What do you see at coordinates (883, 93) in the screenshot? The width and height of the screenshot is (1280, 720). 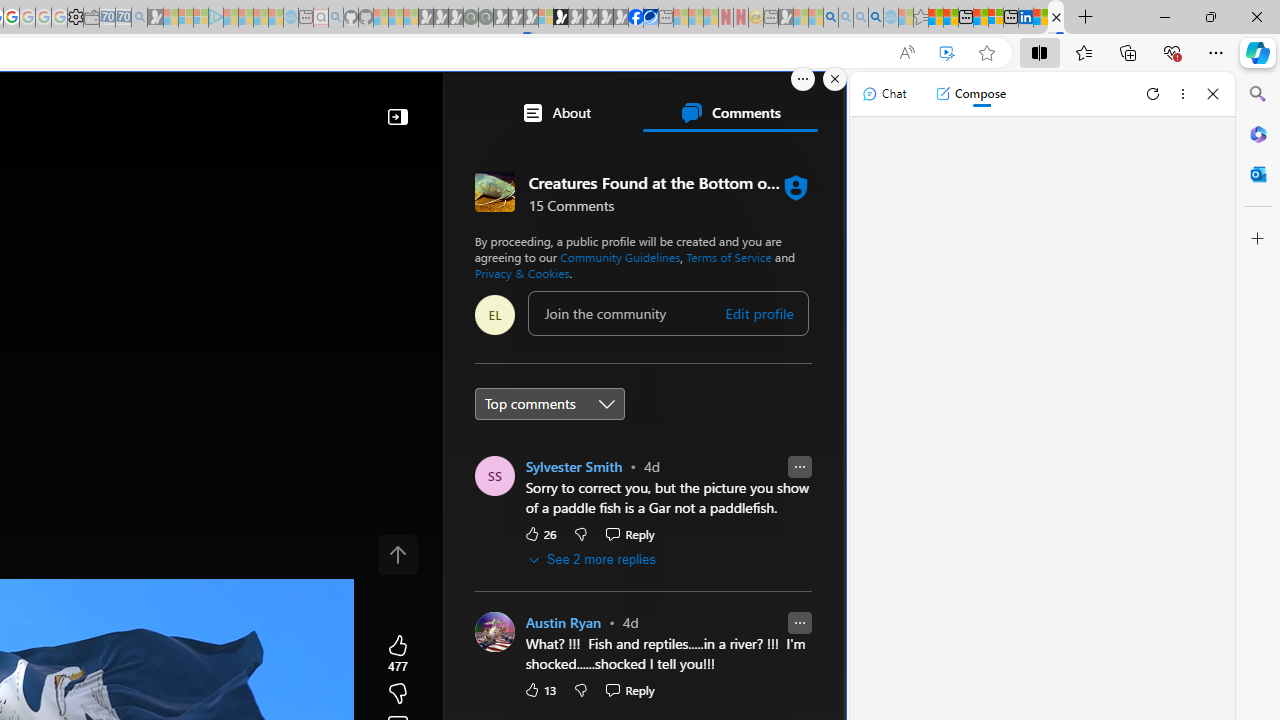 I see `'Chat'` at bounding box center [883, 93].